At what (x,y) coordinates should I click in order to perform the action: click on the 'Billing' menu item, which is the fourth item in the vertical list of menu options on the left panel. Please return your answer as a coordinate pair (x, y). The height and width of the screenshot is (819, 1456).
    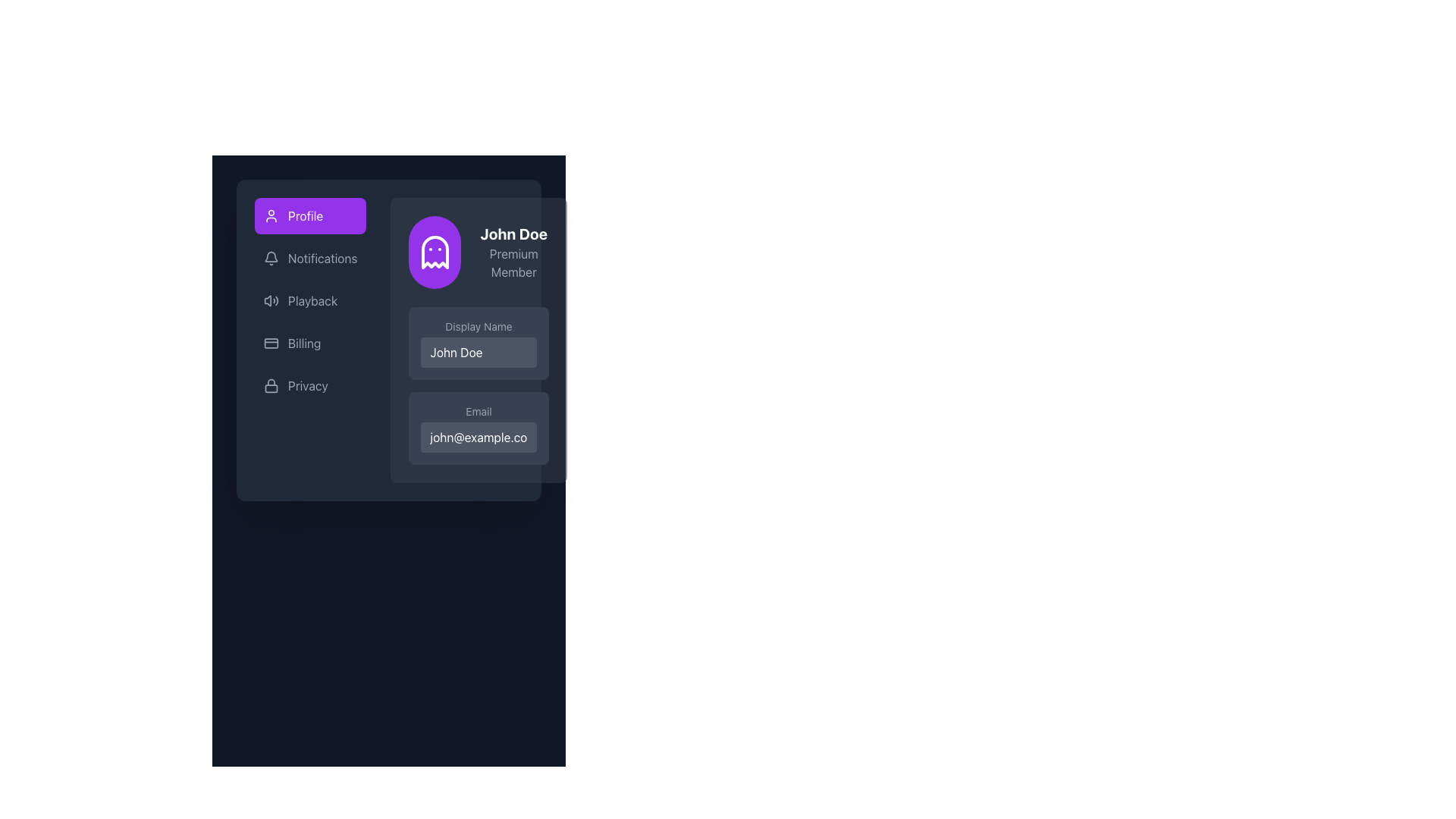
    Looking at the image, I should click on (309, 343).